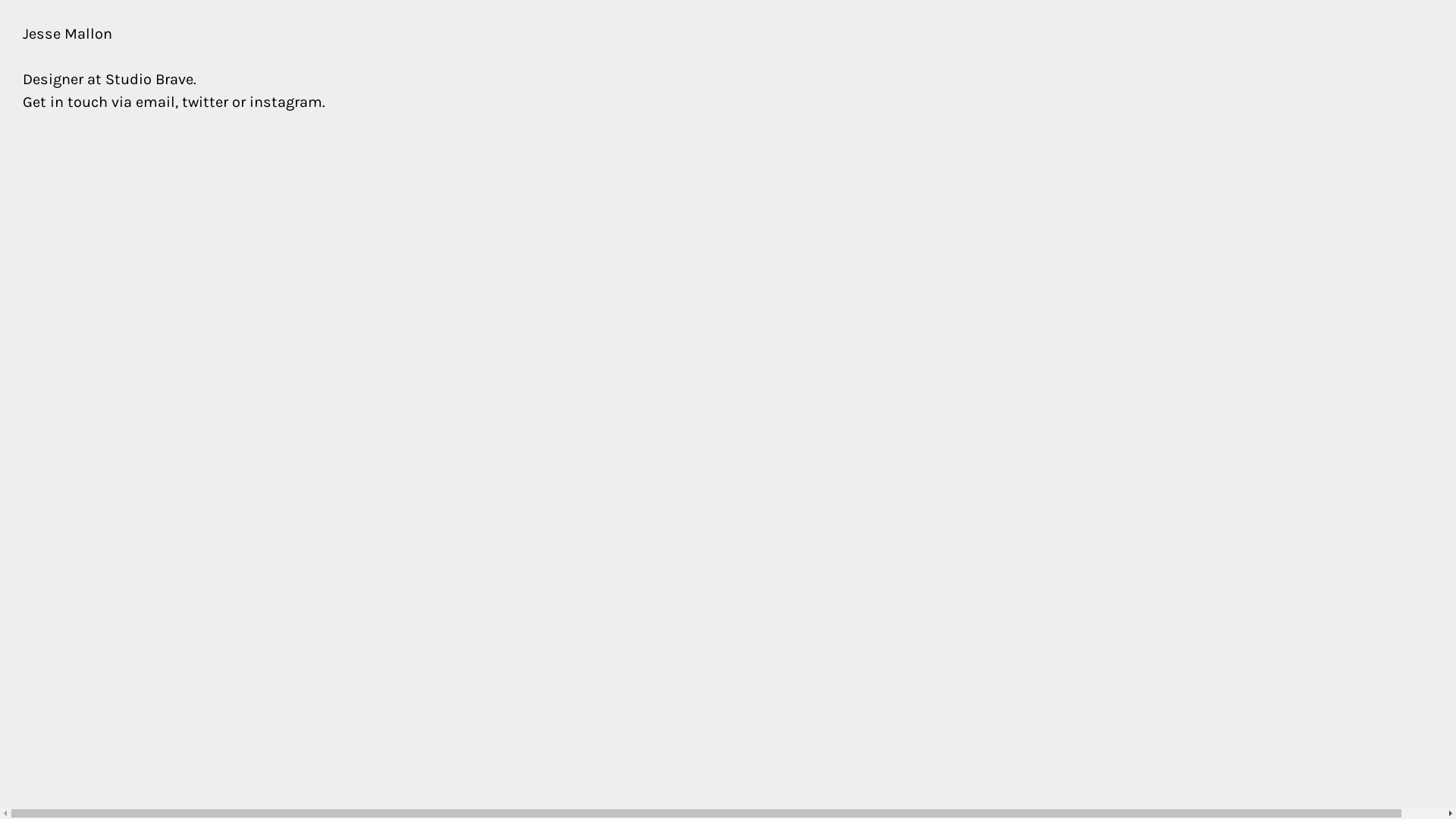  I want to click on 'email', so click(155, 102).